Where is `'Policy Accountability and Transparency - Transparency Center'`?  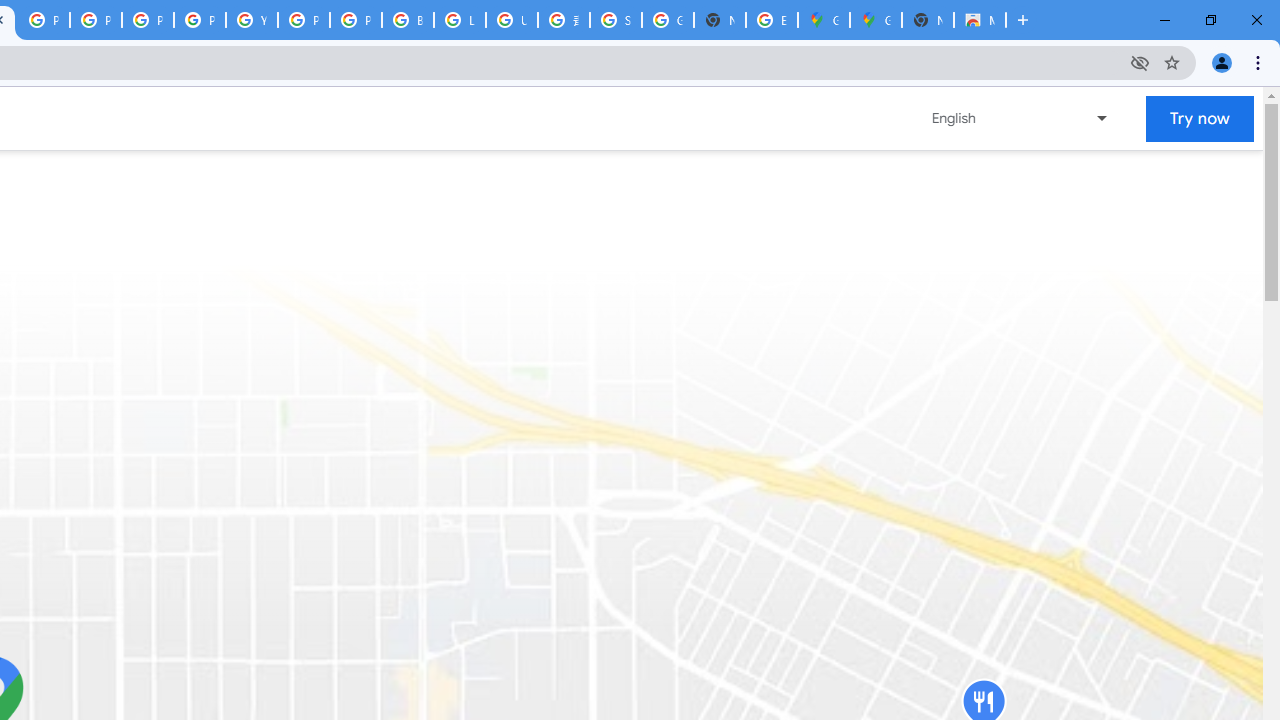 'Policy Accountability and Transparency - Transparency Center' is located at coordinates (44, 20).